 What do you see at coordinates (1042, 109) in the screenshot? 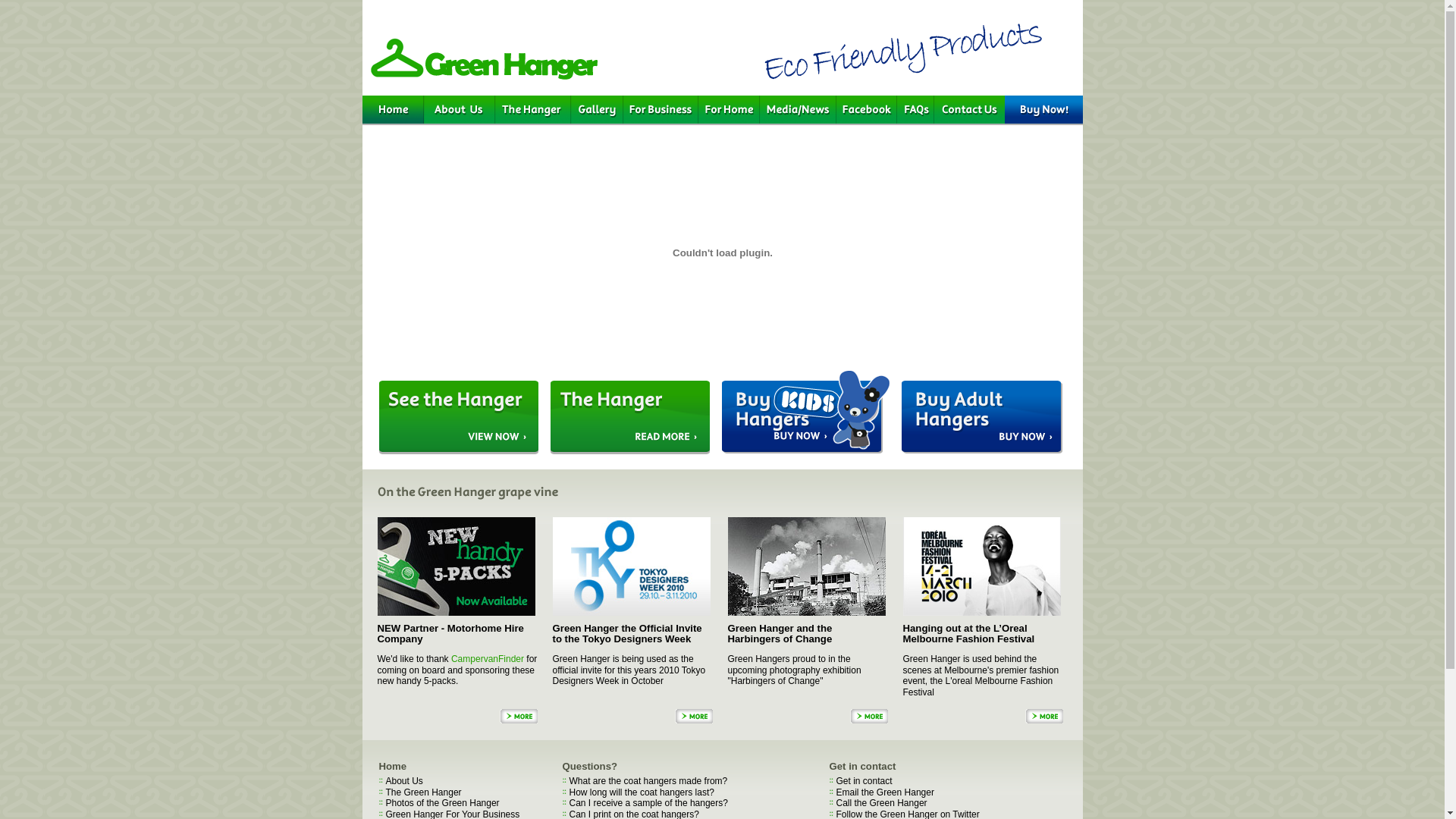
I see `'Buy Now'` at bounding box center [1042, 109].